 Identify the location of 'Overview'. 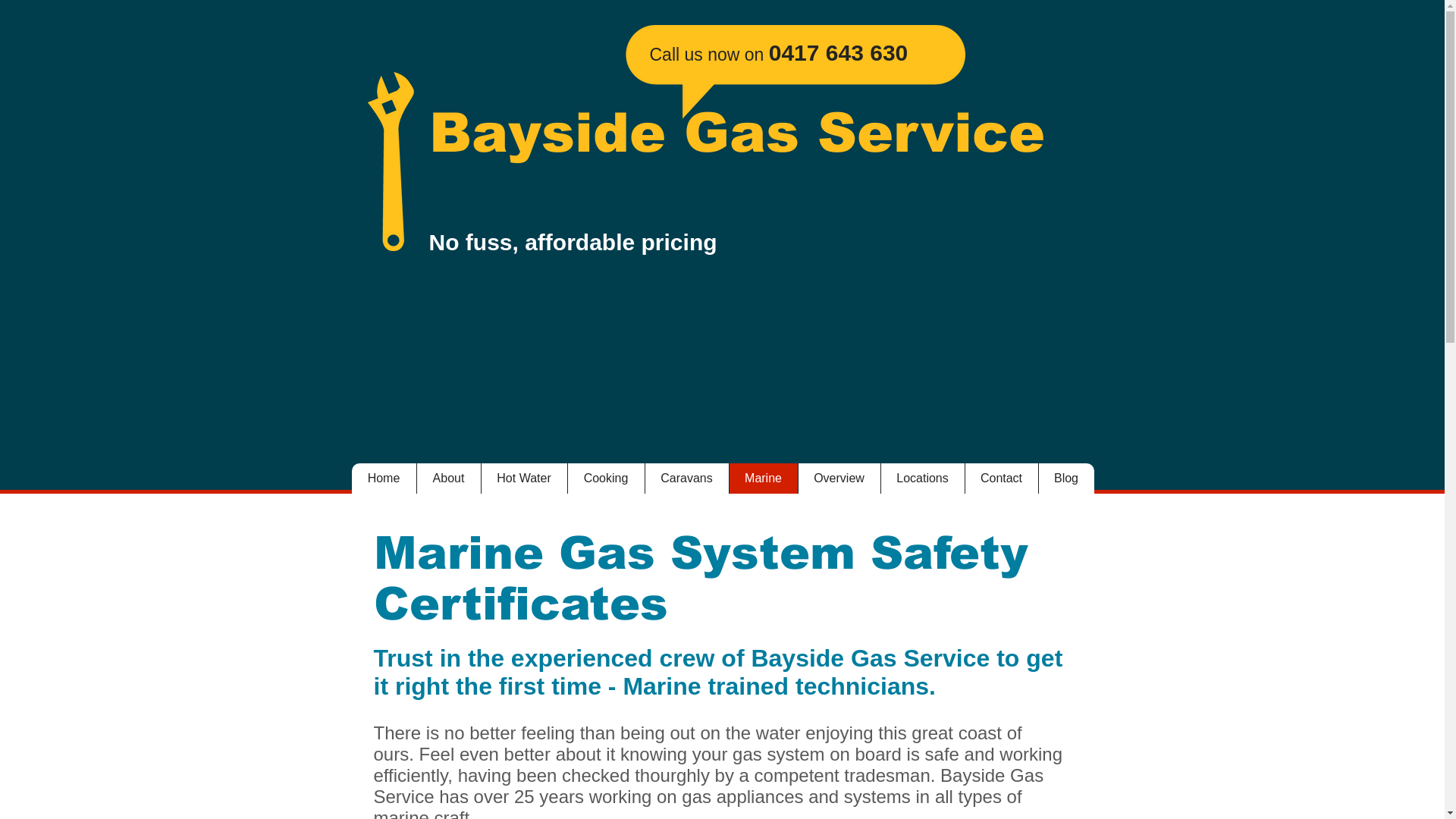
(838, 479).